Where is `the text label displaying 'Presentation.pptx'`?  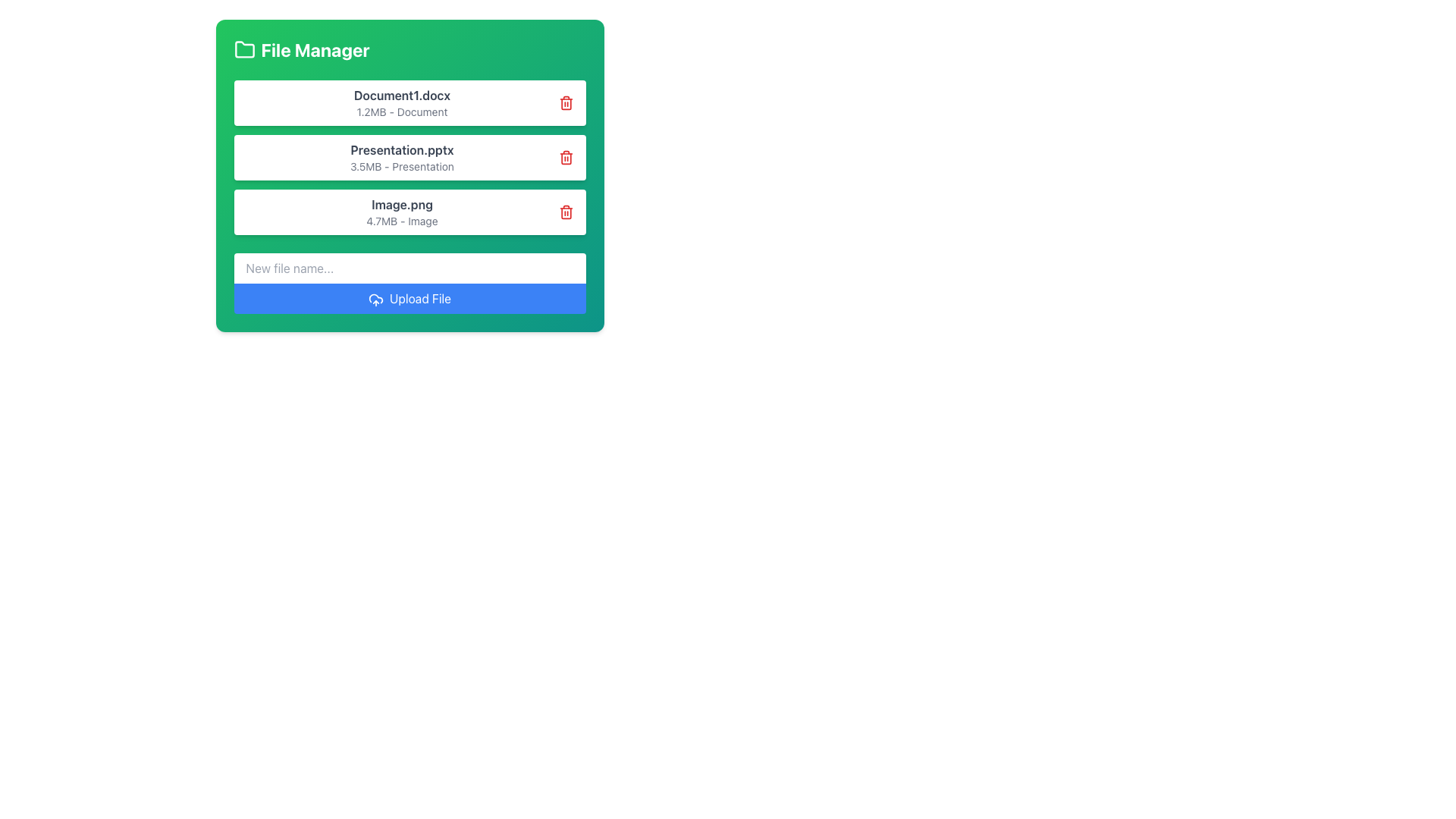
the text label displaying 'Presentation.pptx' is located at coordinates (402, 158).